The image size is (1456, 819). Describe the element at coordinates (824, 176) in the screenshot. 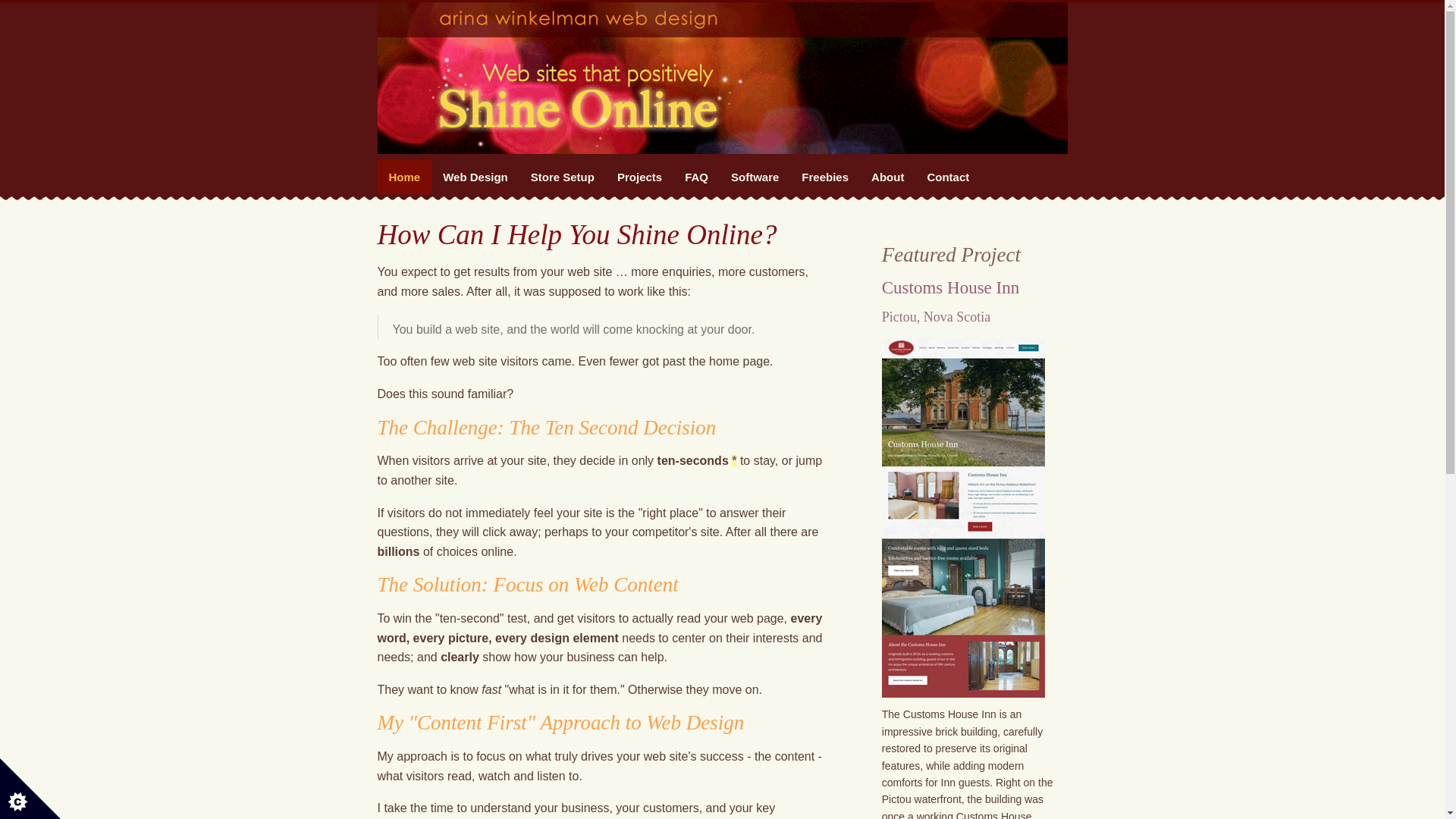

I see `'Freebies'` at that location.